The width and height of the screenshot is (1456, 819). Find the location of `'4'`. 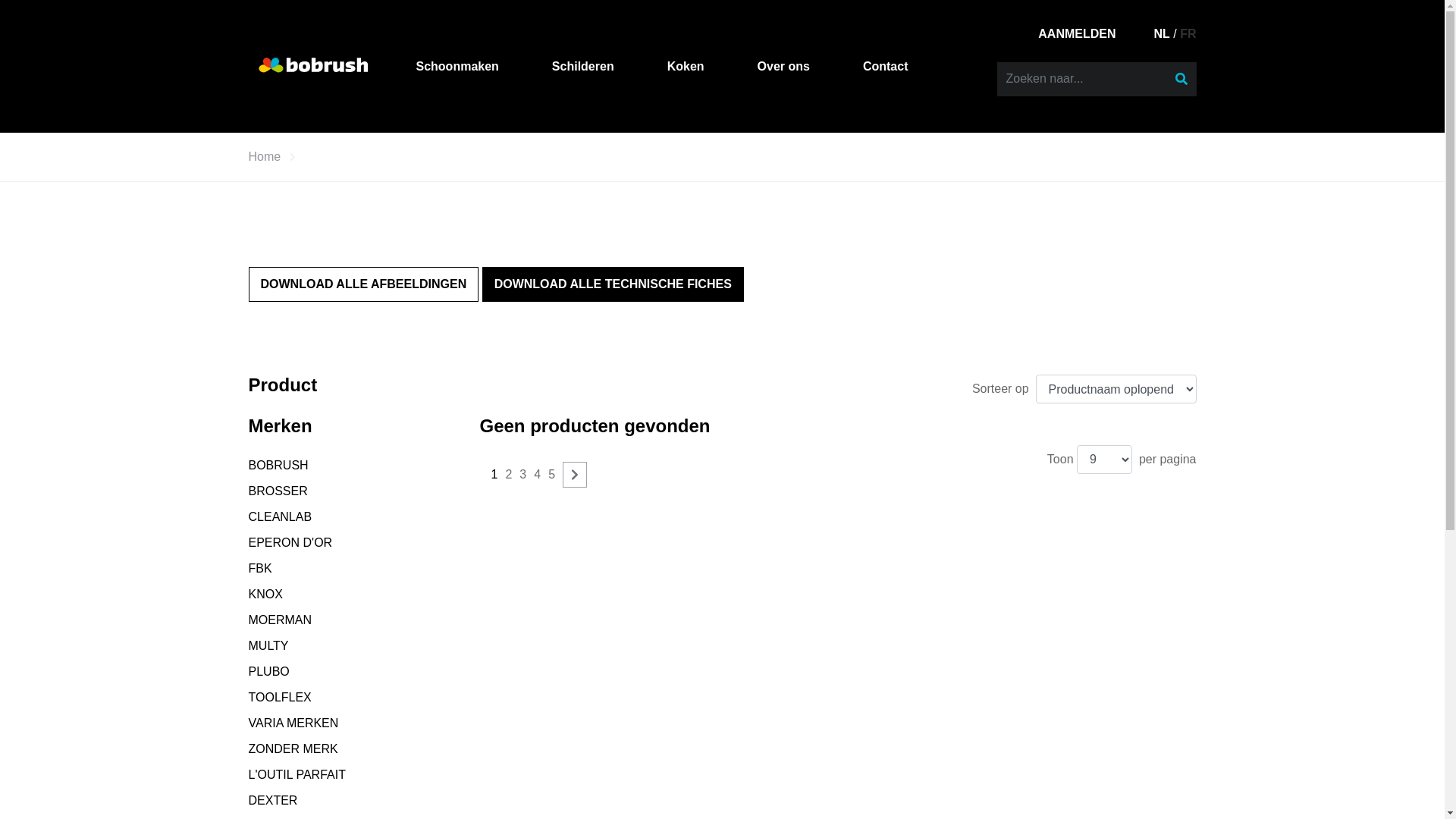

'4' is located at coordinates (537, 473).